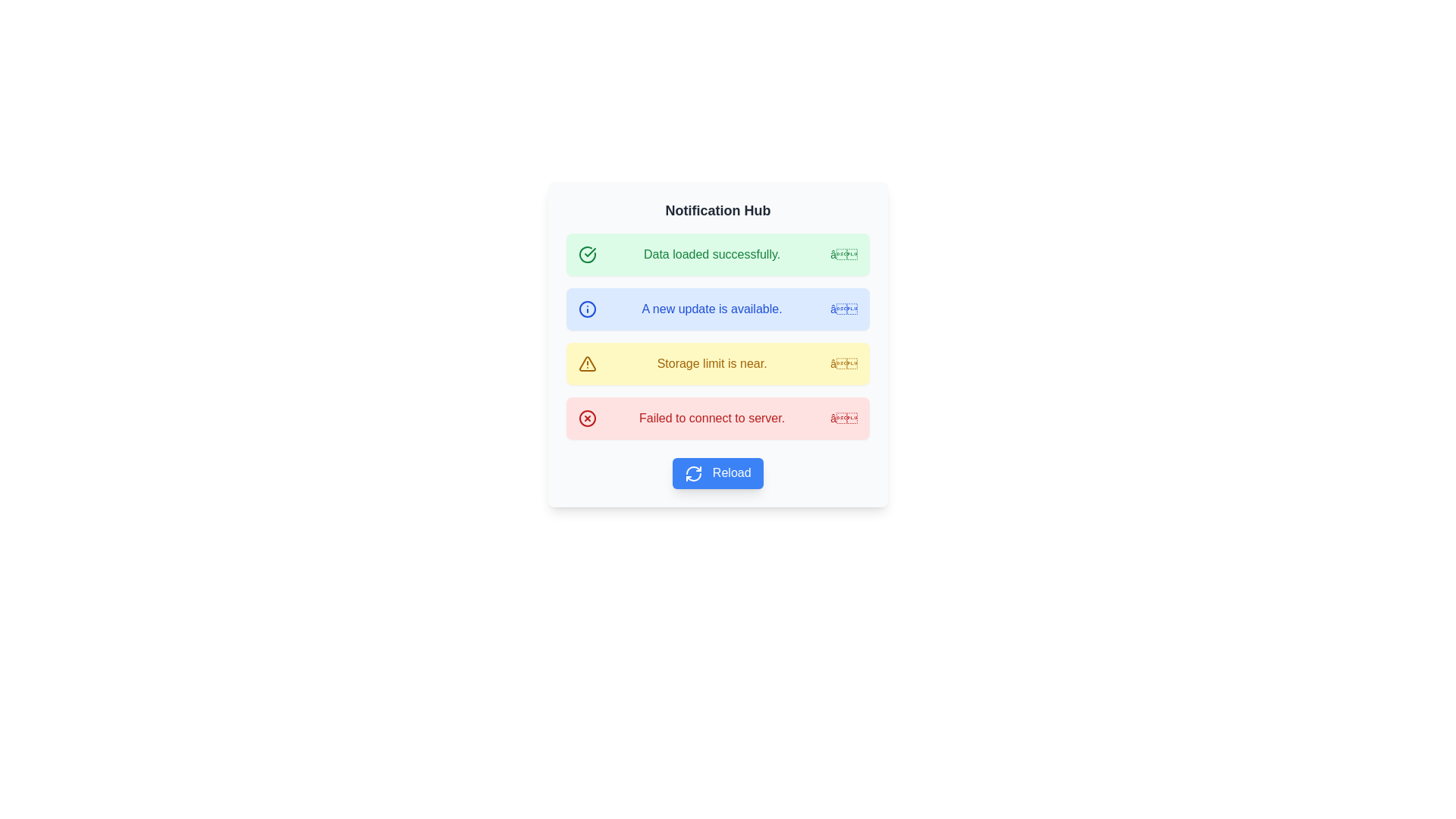  I want to click on success notification text located centrally in the first notification box, which indicates that data has been successfully loaded, so click(711, 253).